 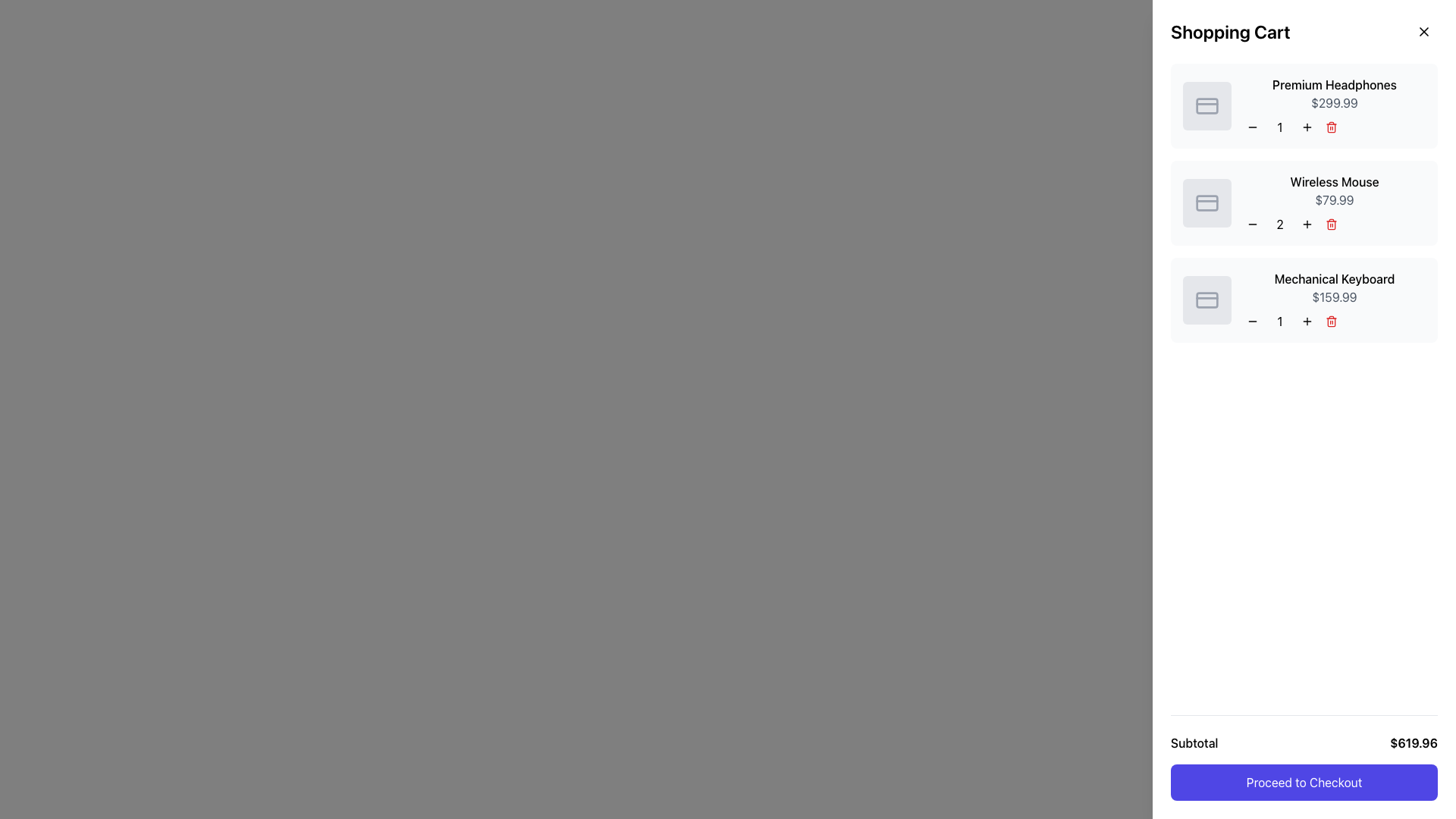 I want to click on the minus sign icon in the quantity adjuster area of the 'Wireless Mouse' item row in the shopping cart, so click(x=1252, y=224).